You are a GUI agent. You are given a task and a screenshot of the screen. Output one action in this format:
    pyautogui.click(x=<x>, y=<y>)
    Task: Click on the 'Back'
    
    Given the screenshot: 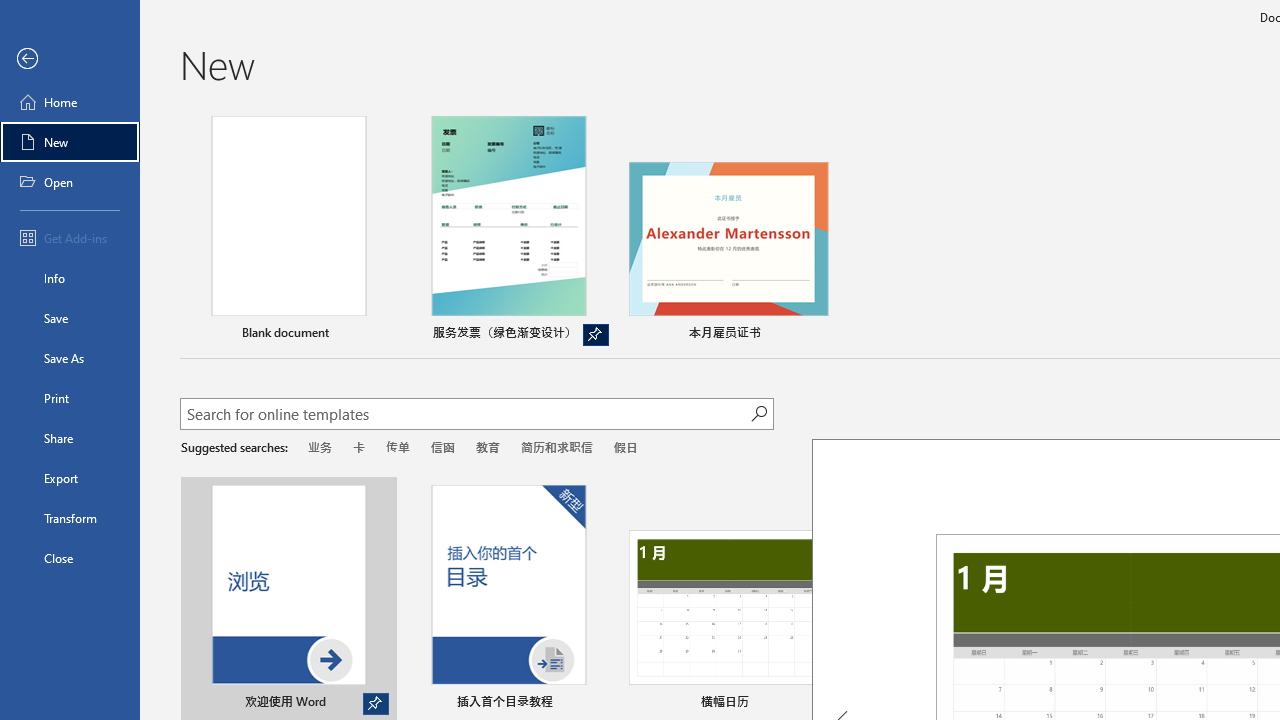 What is the action you would take?
    pyautogui.click(x=69, y=58)
    